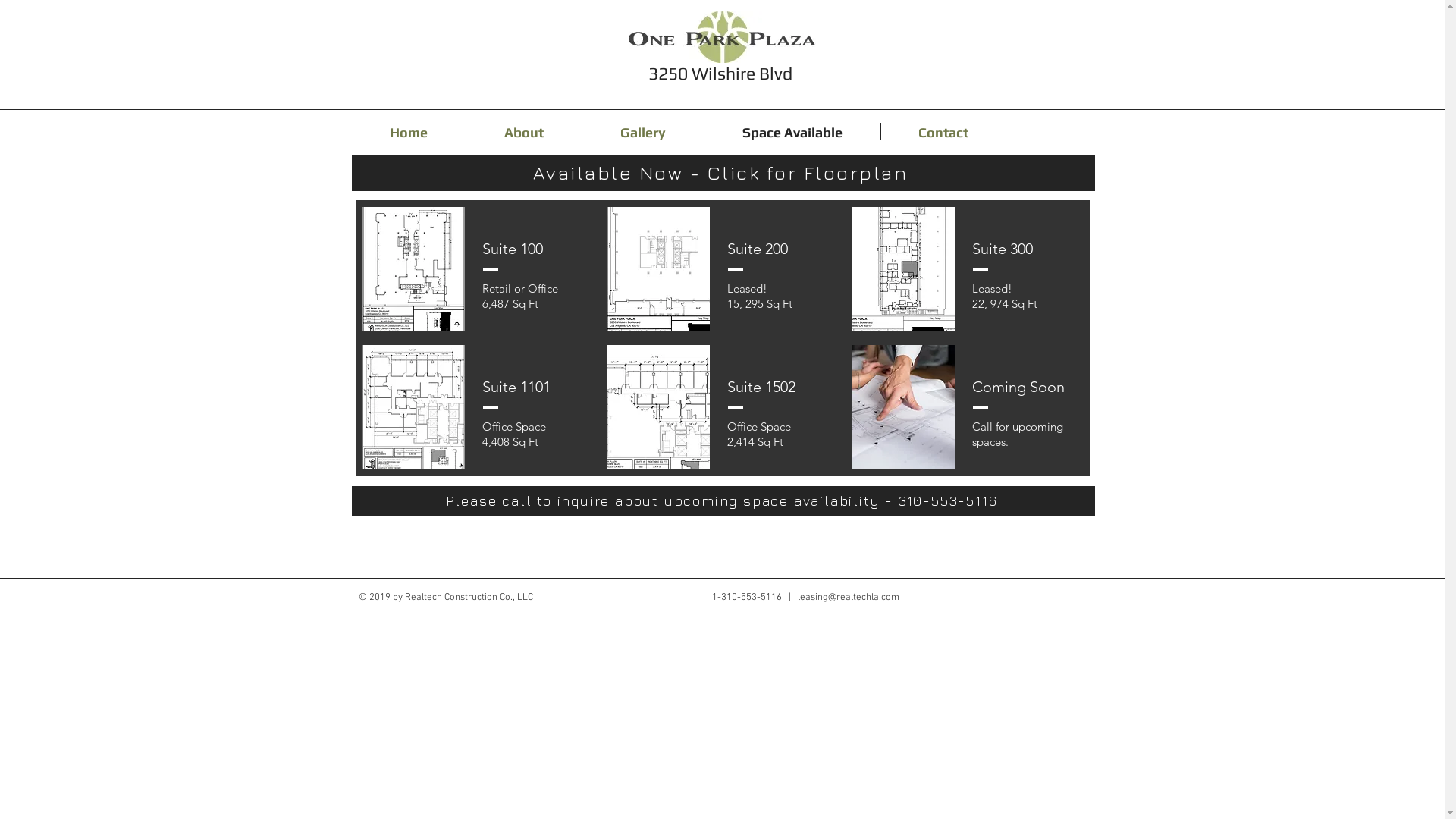 The height and width of the screenshot is (819, 1456). Describe the element at coordinates (943, 130) in the screenshot. I see `'Contact'` at that location.